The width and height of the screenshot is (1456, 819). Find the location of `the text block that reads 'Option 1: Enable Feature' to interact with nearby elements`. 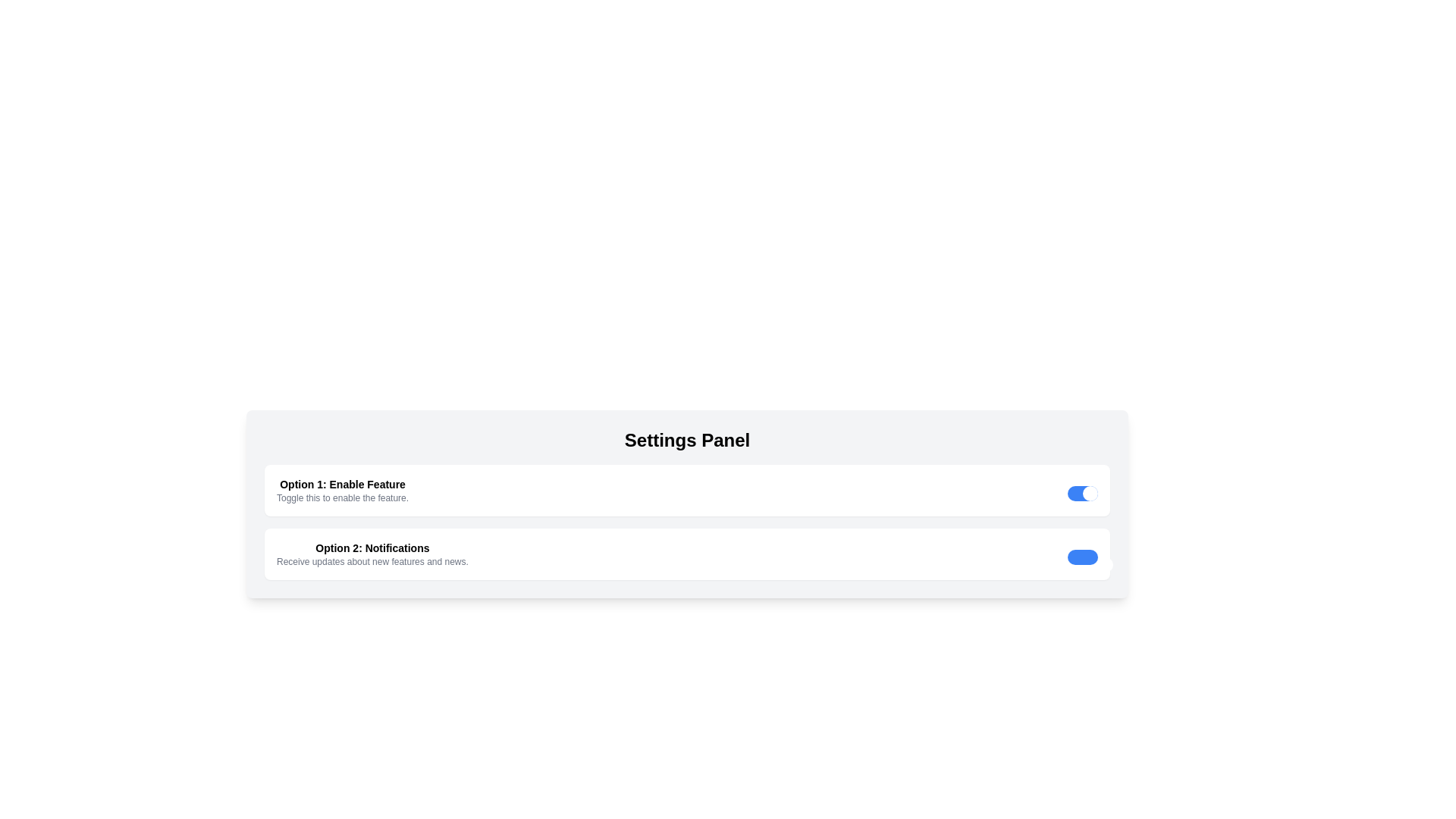

the text block that reads 'Option 1: Enable Feature' to interact with nearby elements is located at coordinates (341, 491).